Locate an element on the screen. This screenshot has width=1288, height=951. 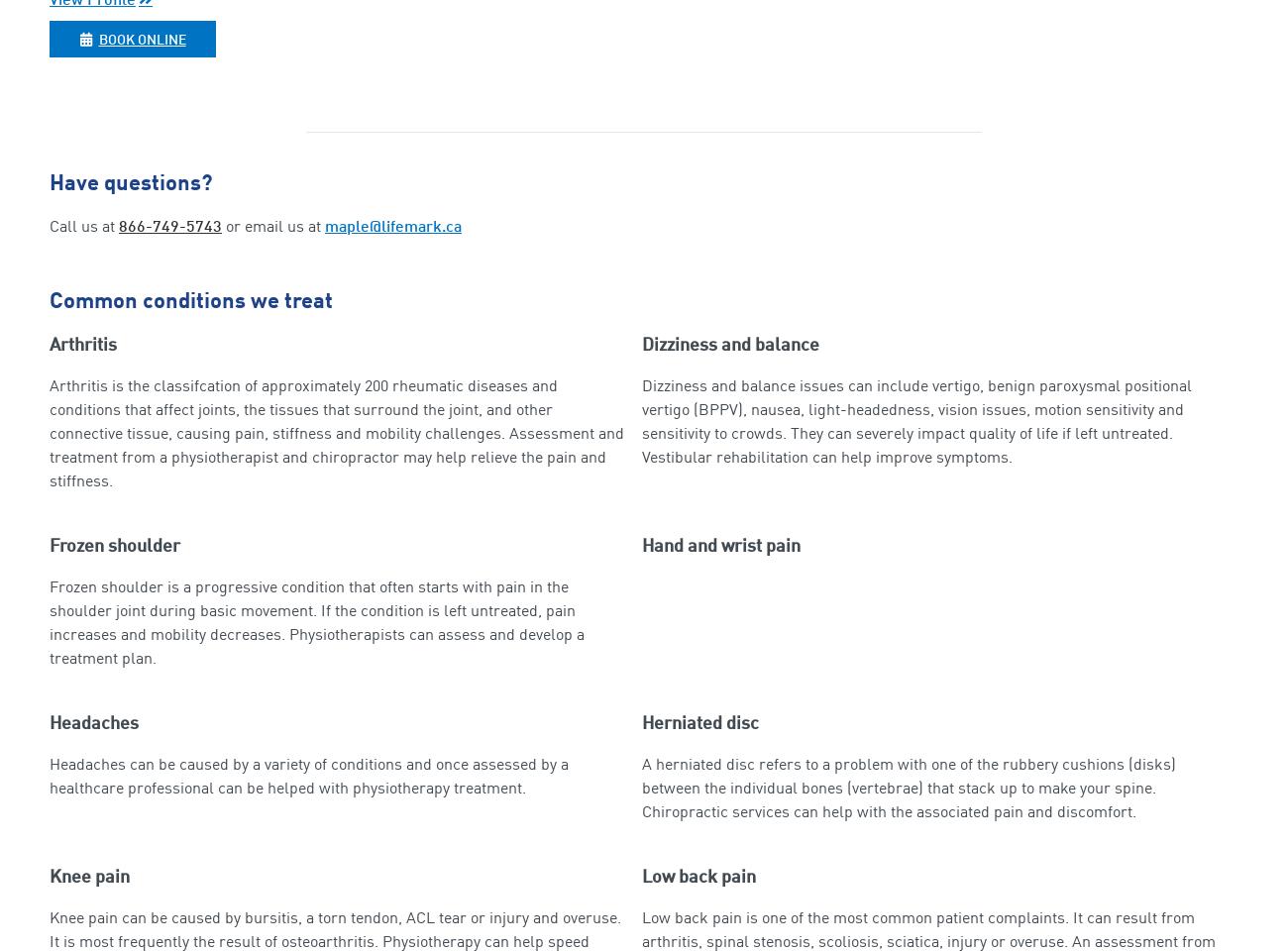
'Dizziness and balance issues can include vertigo, benign paroxysmal positional vertigo (BPPV), nausea, light-headedness, vision issues, motion sensitivity and sensitivity to crowds. They can severely impact quality of life if left untreated. Vestibular rehabilitation can help improve symptoms.' is located at coordinates (916, 421).